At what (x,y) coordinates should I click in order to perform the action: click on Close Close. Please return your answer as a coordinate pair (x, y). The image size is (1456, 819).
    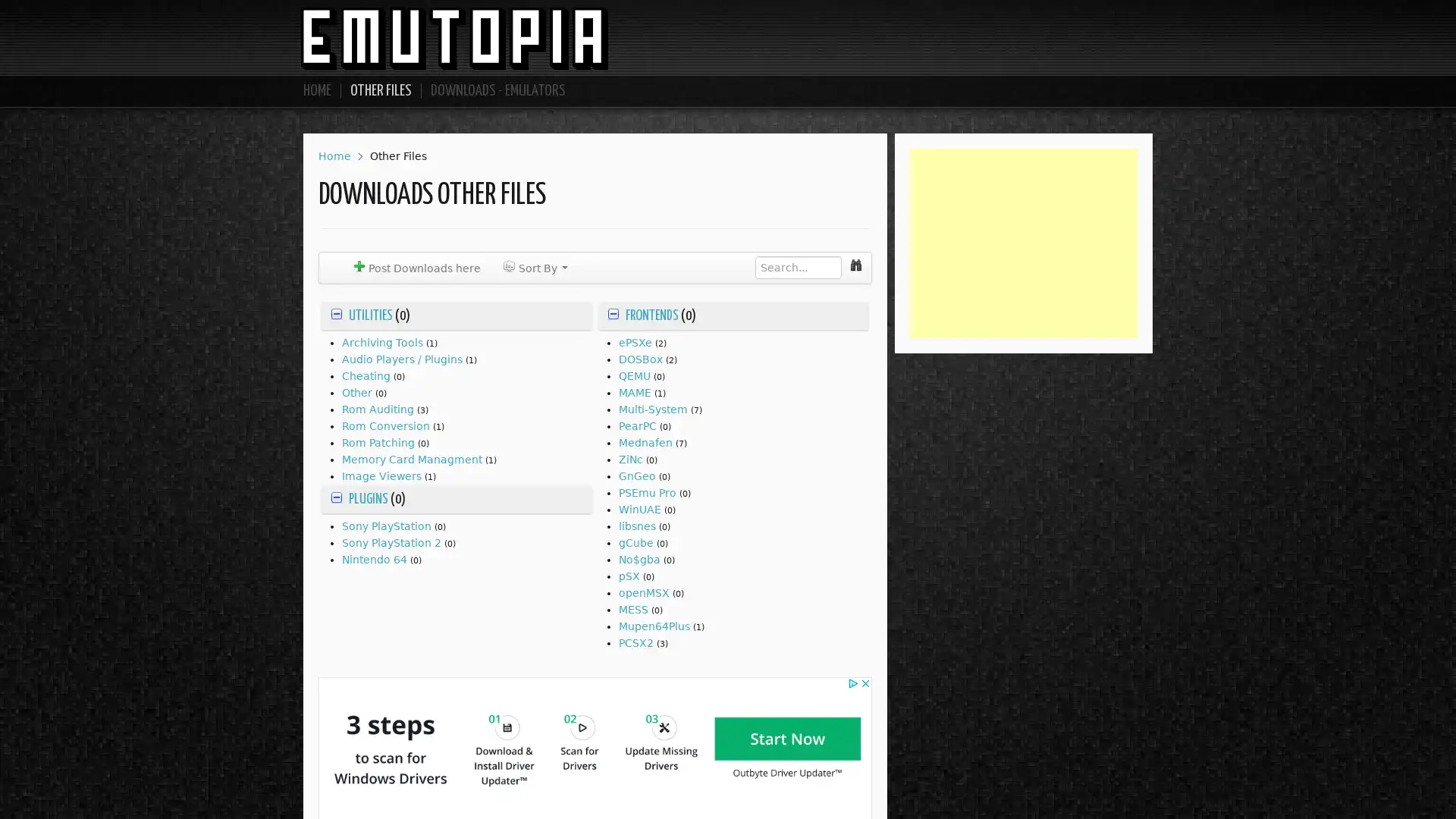
    Looking at the image, I should click on (839, 310).